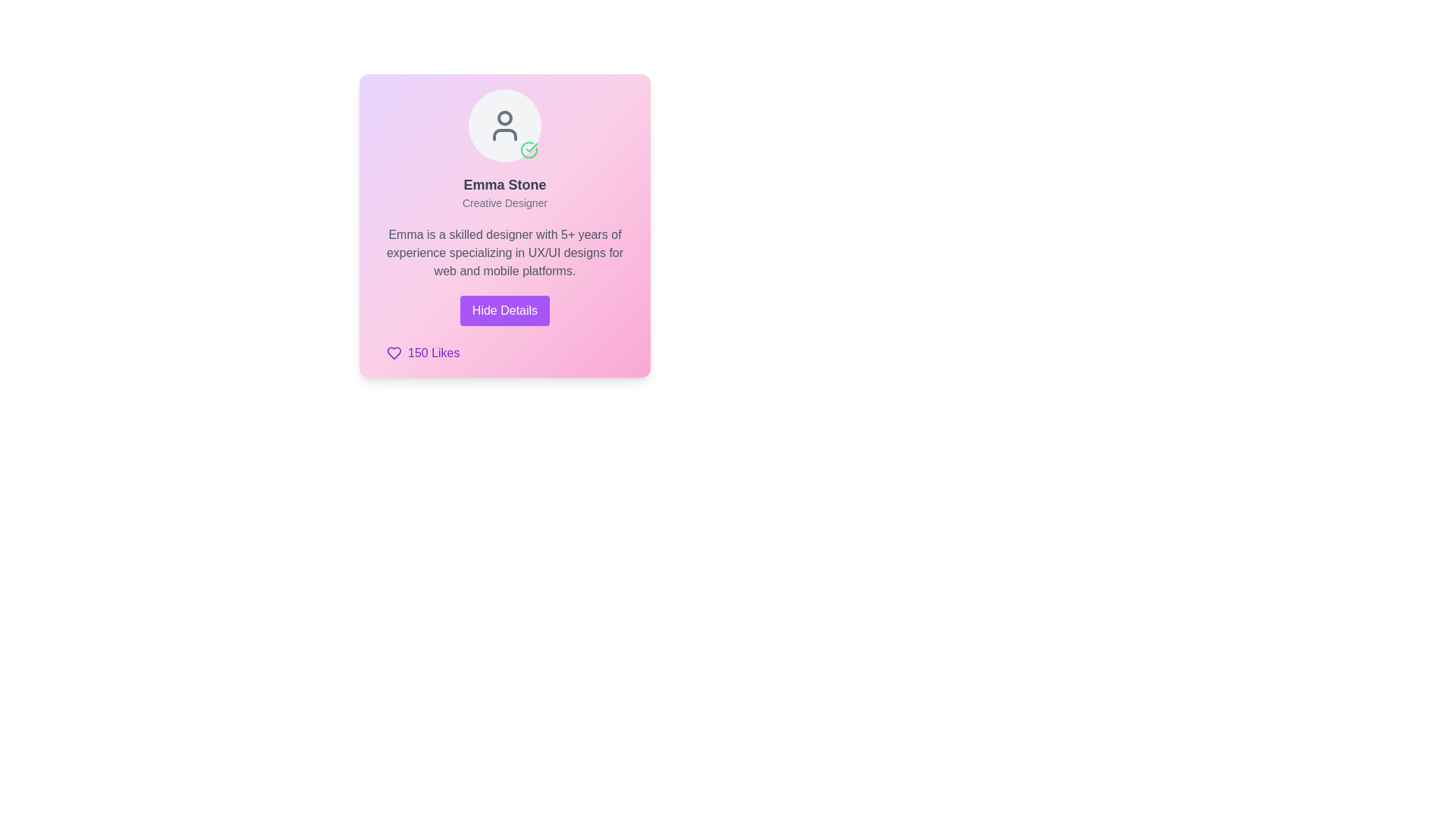  Describe the element at coordinates (505, 117) in the screenshot. I see `the decorative icon component that represents an avatar, located at the top portion of the circular boundary` at that location.